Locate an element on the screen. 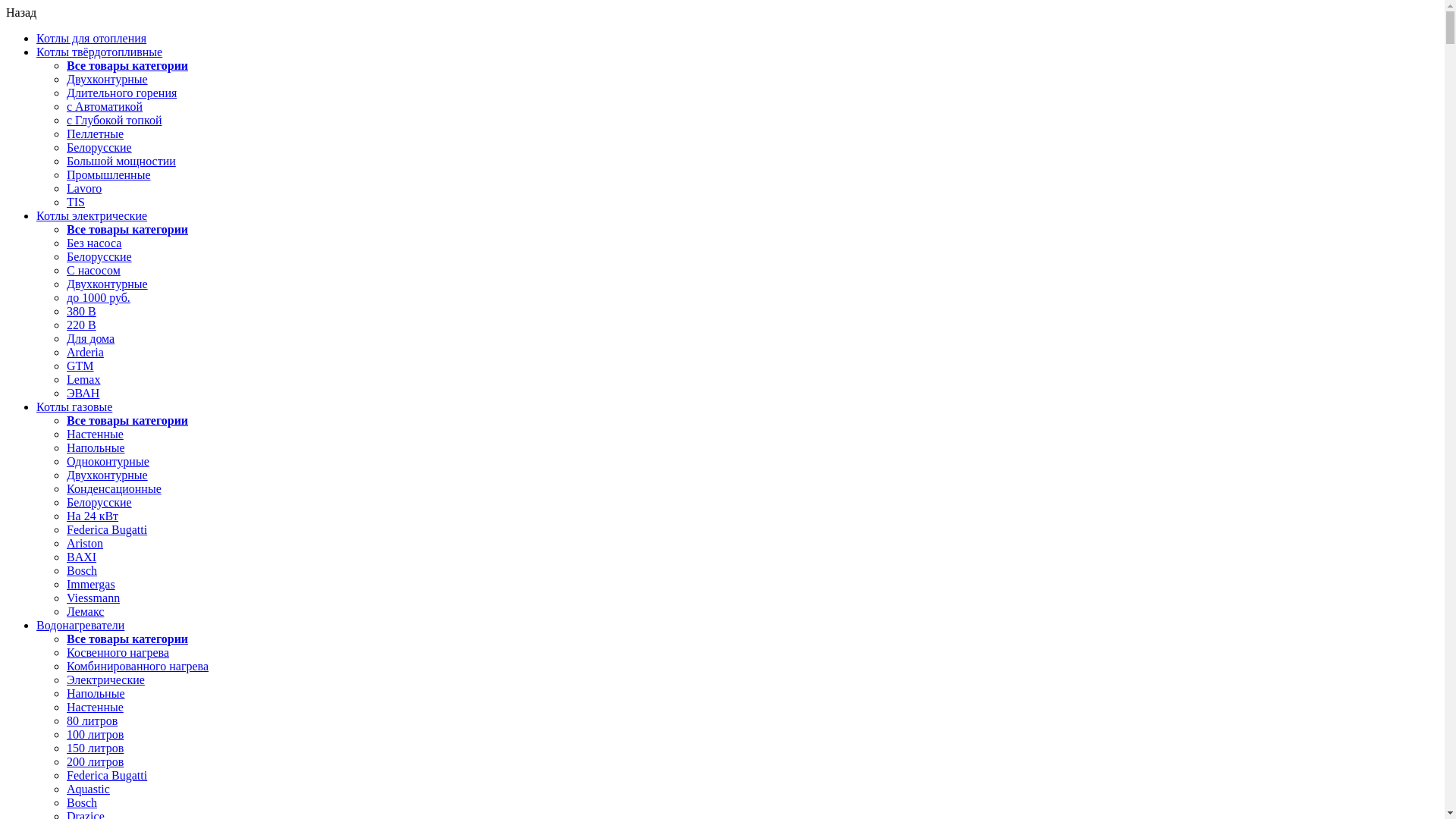  'Ariston' is located at coordinates (65, 542).